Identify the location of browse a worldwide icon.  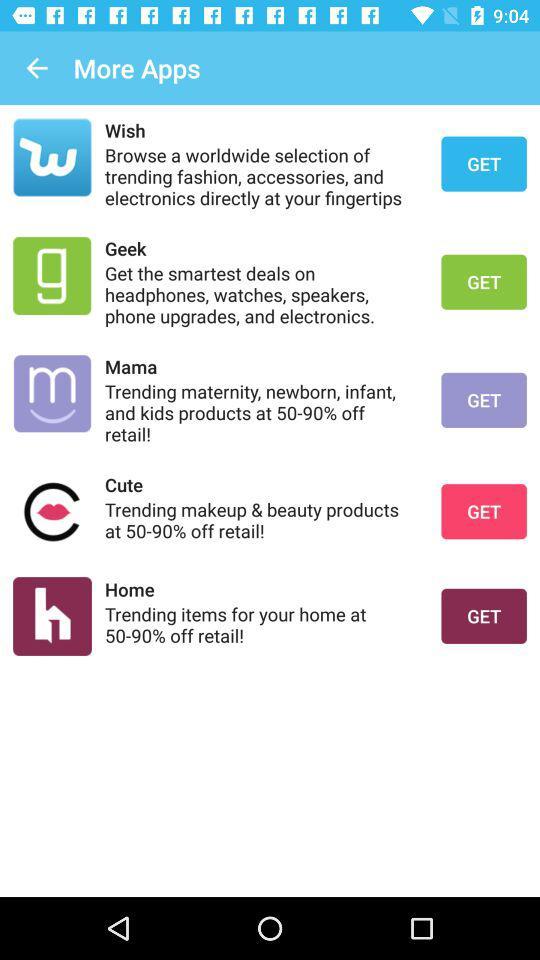
(260, 175).